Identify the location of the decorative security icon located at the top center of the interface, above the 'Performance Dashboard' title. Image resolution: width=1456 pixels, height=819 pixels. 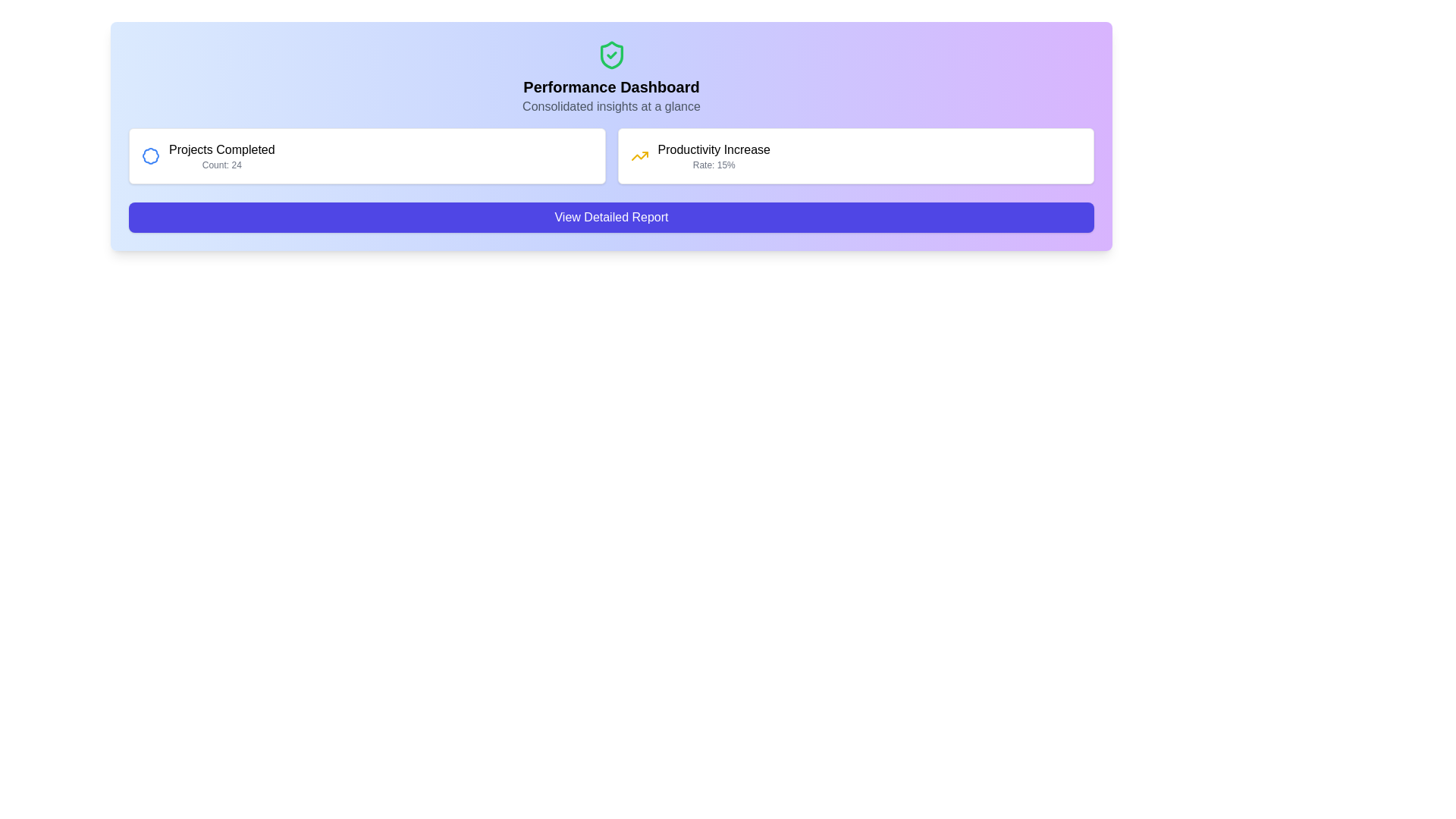
(611, 55).